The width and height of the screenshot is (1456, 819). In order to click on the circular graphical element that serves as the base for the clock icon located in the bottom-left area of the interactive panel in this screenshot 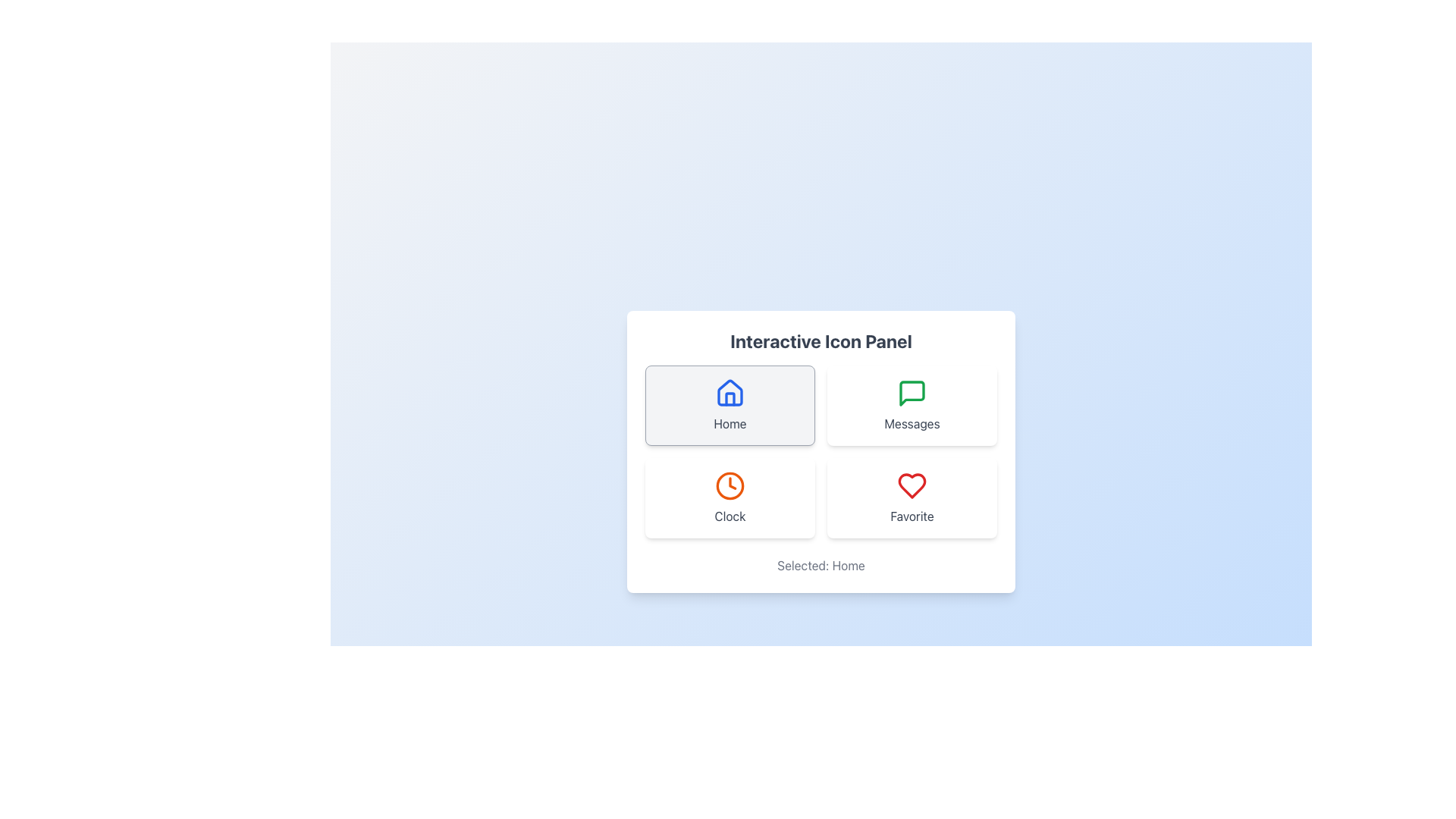, I will do `click(730, 485)`.